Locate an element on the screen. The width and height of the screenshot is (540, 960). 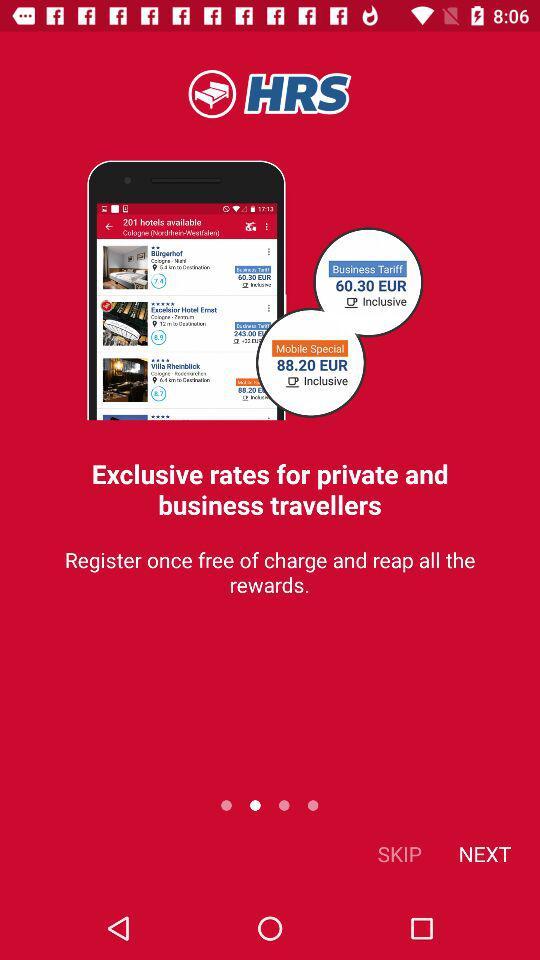
the icon to the right of the skip icon is located at coordinates (483, 852).